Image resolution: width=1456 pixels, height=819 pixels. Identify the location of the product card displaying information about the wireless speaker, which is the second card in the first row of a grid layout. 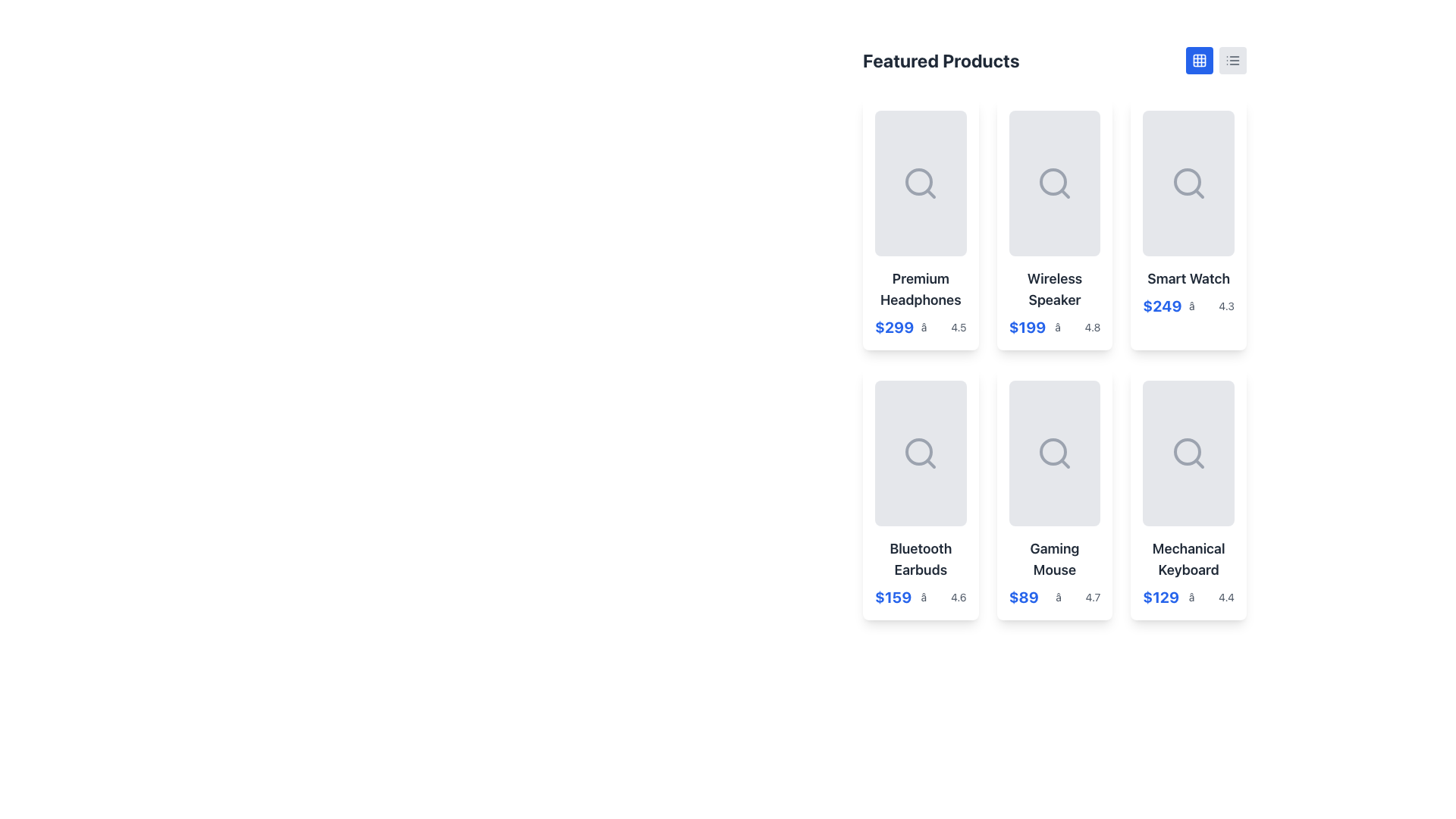
(1054, 224).